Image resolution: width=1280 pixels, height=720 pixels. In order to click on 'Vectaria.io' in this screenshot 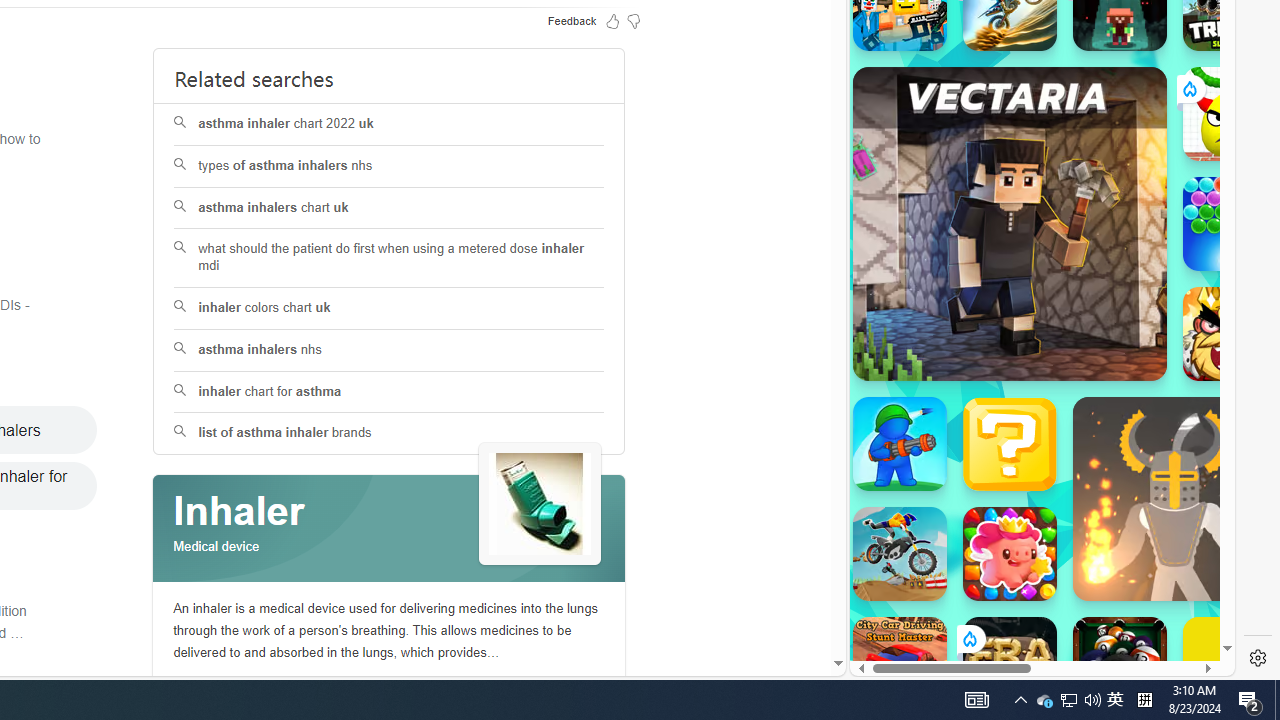, I will do `click(1009, 223)`.